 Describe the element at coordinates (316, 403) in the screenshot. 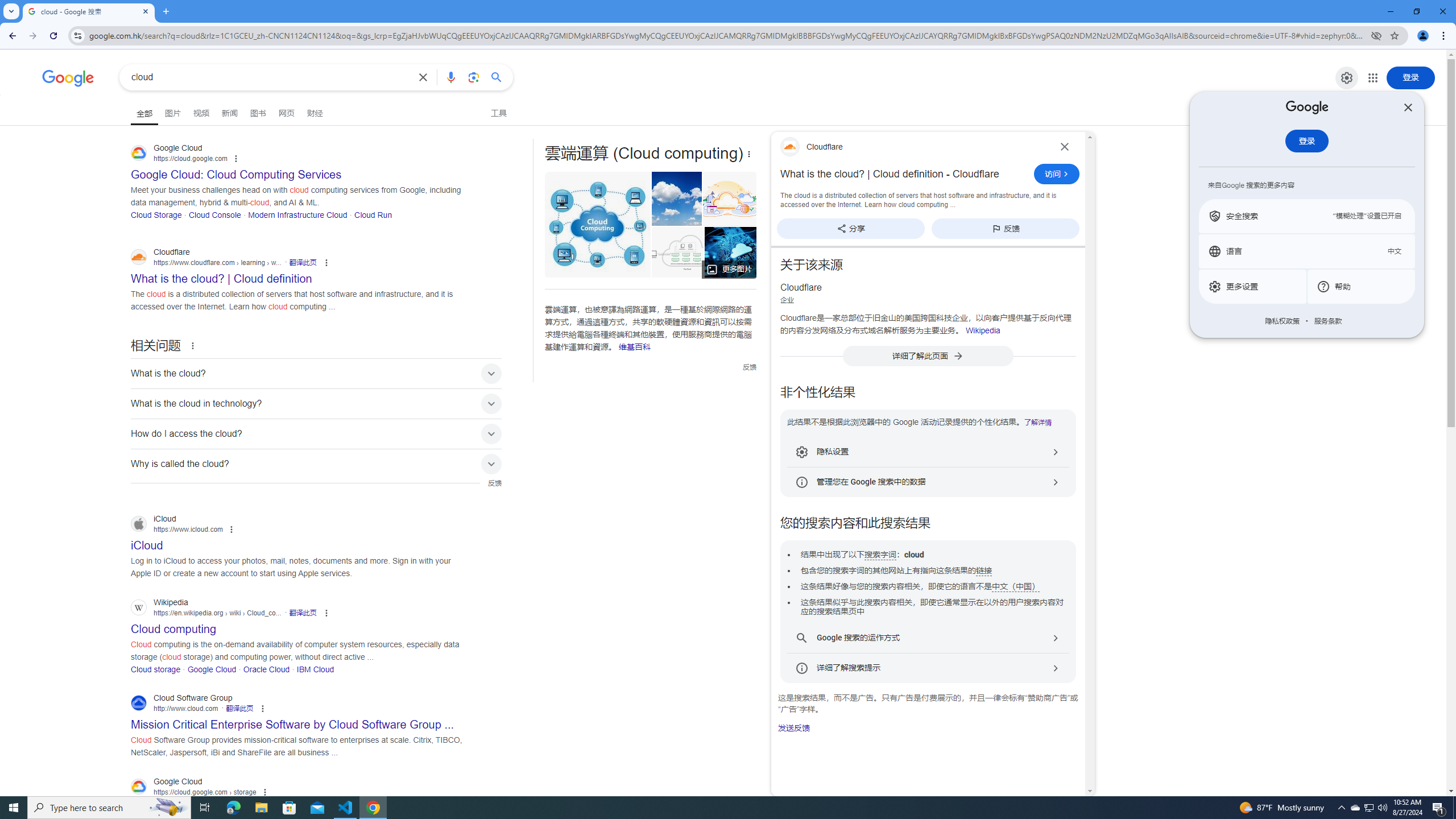

I see `'What is the cloud in technology?'` at that location.